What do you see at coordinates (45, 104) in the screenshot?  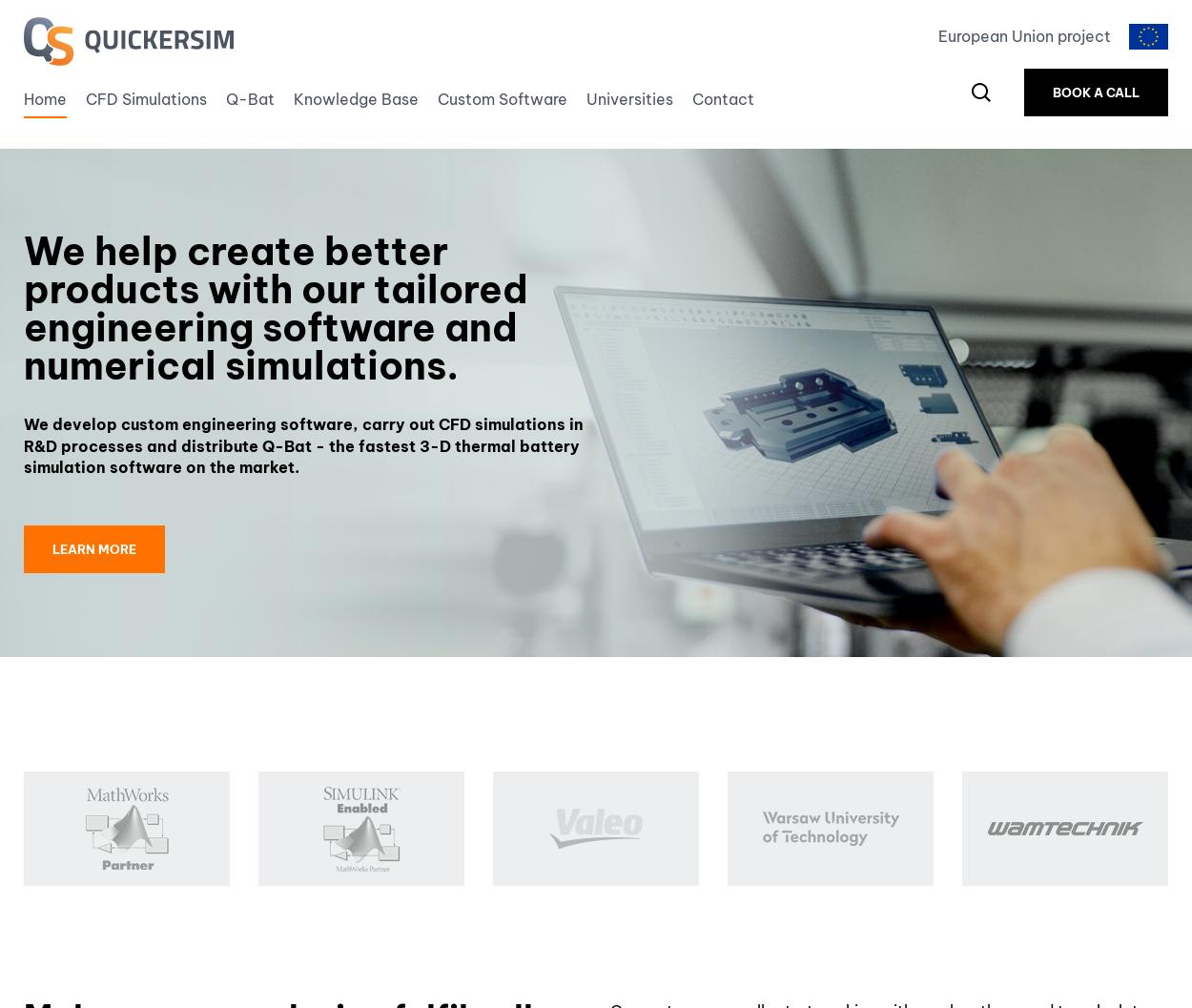 I see `'Home'` at bounding box center [45, 104].